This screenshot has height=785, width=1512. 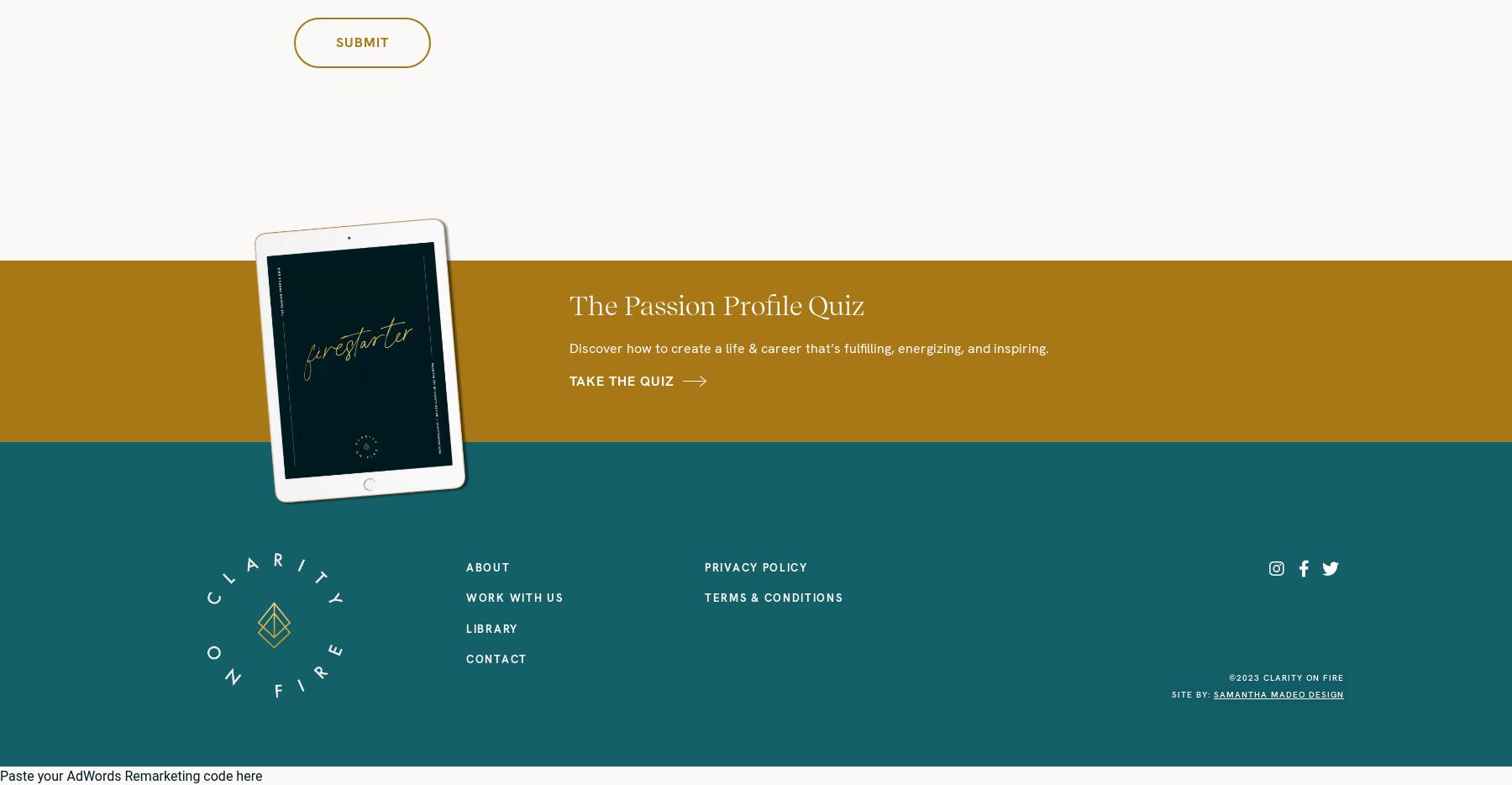 What do you see at coordinates (491, 628) in the screenshot?
I see `'LIBRARY'` at bounding box center [491, 628].